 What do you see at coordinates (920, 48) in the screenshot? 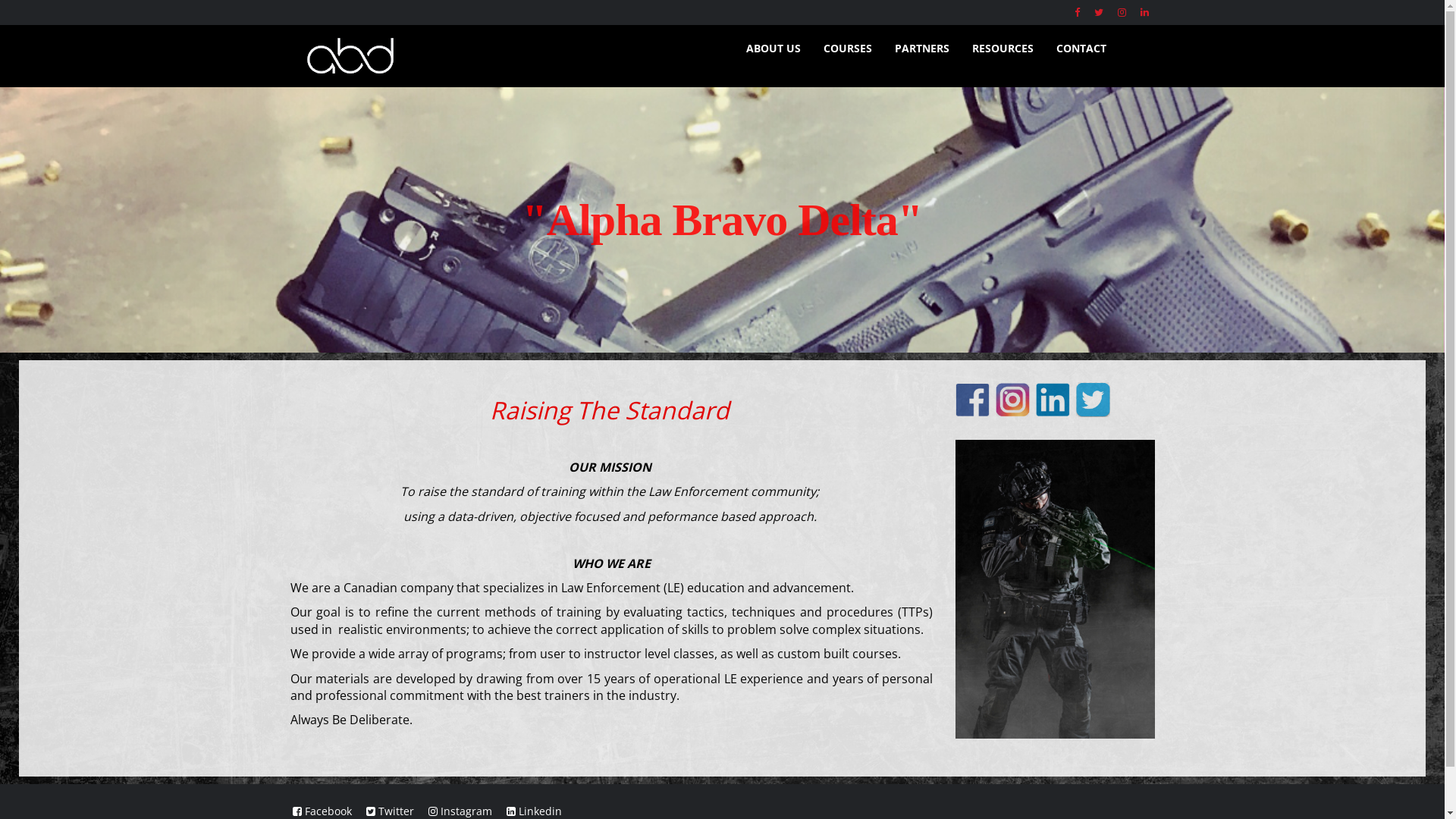
I see `'PARTNERS'` at bounding box center [920, 48].